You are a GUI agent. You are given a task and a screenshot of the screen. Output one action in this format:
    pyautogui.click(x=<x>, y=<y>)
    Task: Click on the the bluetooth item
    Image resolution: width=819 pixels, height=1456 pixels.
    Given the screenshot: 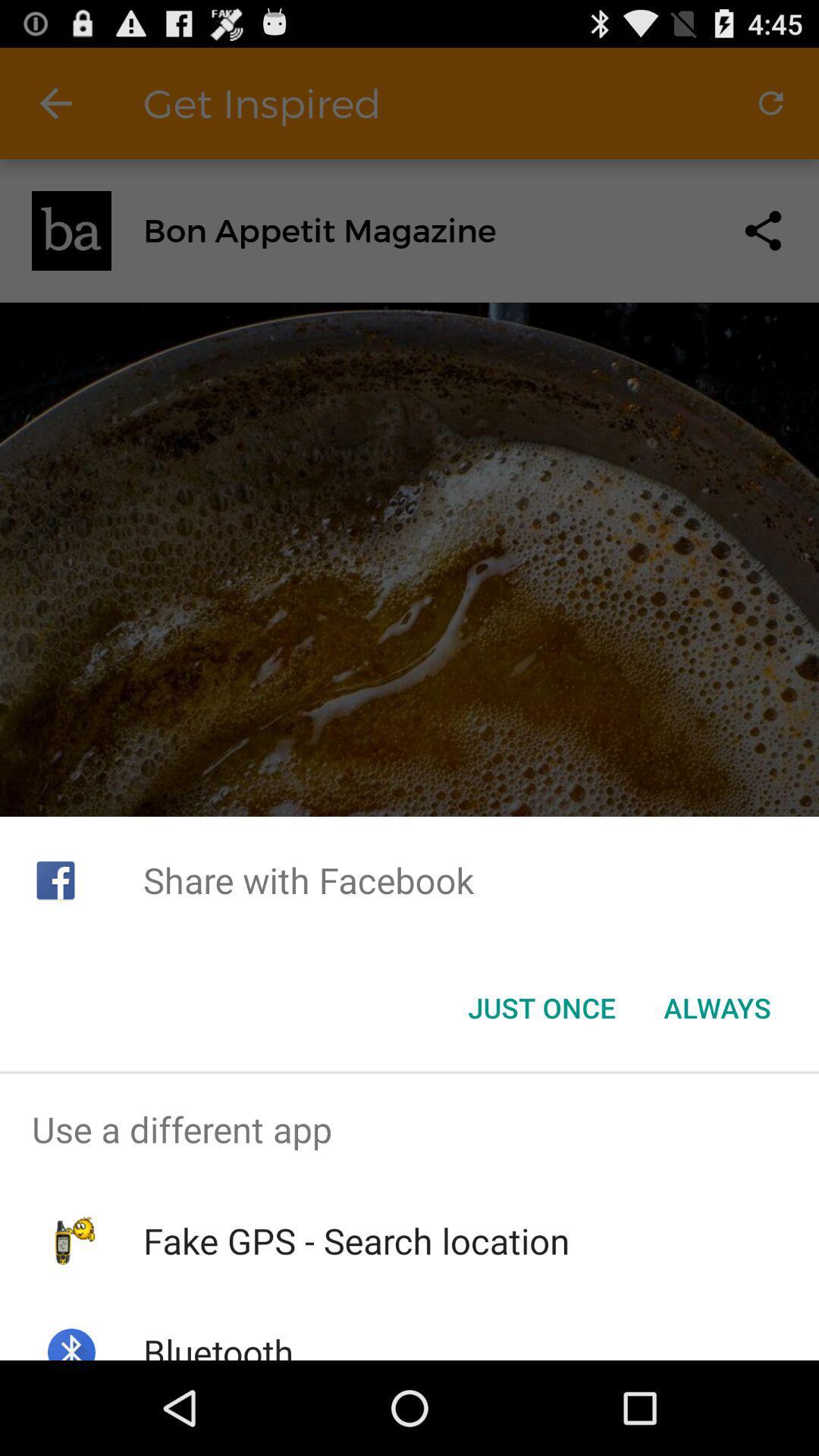 What is the action you would take?
    pyautogui.click(x=218, y=1344)
    